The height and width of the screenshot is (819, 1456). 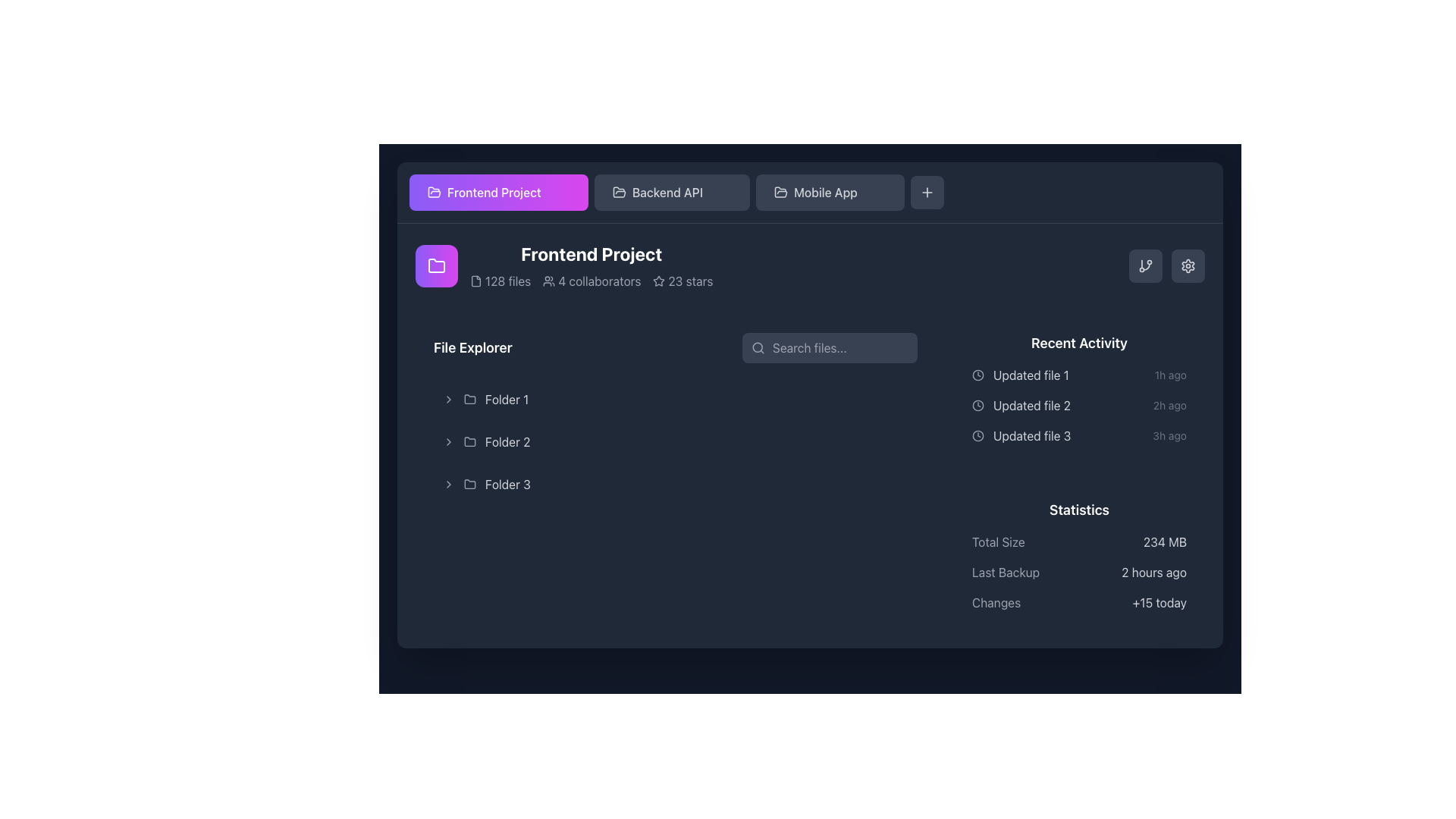 I want to click on the Close button, so click(x=723, y=192).